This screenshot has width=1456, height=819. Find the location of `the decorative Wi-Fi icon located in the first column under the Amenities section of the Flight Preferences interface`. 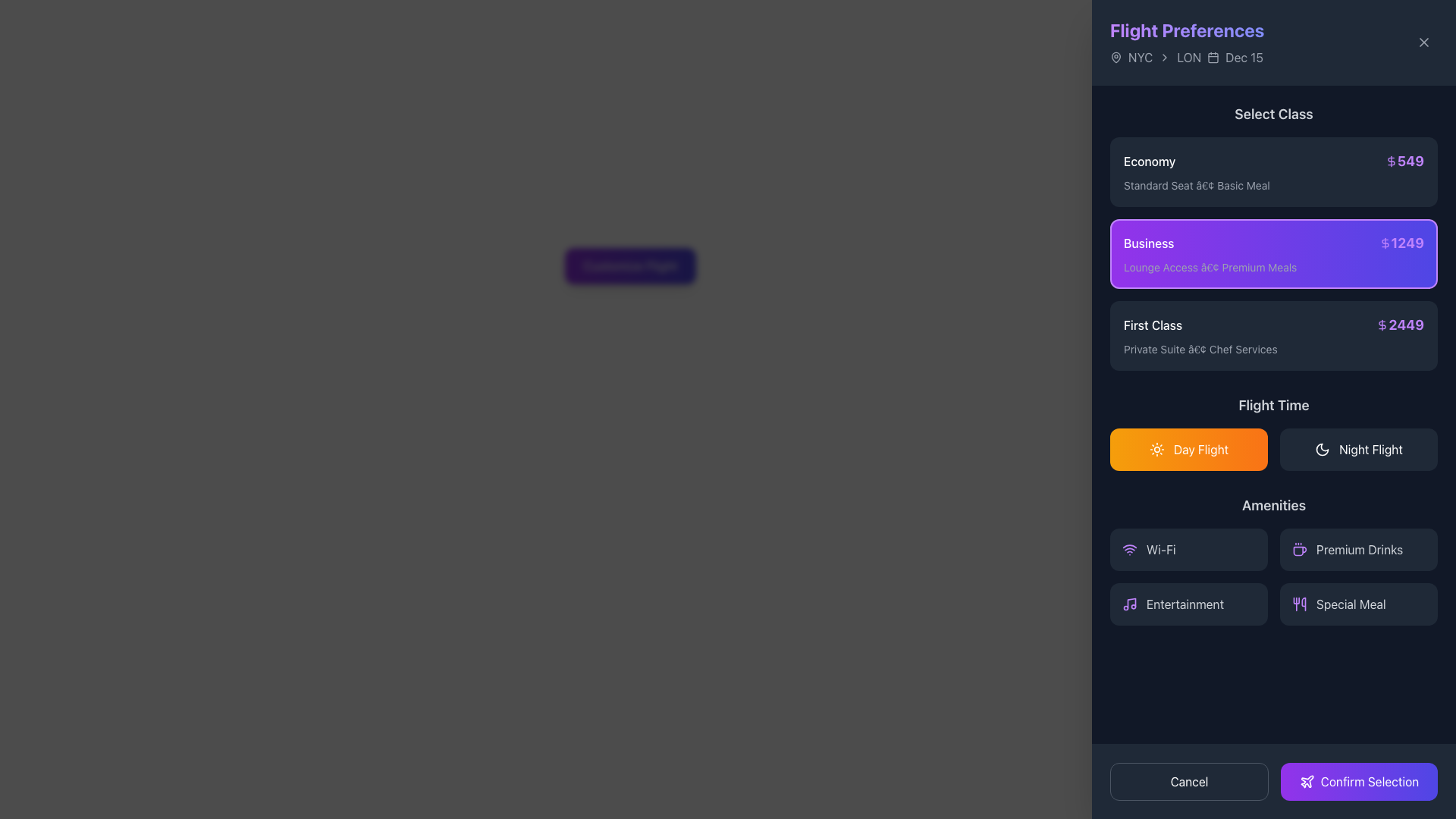

the decorative Wi-Fi icon located in the first column under the Amenities section of the Flight Preferences interface is located at coordinates (1129, 550).